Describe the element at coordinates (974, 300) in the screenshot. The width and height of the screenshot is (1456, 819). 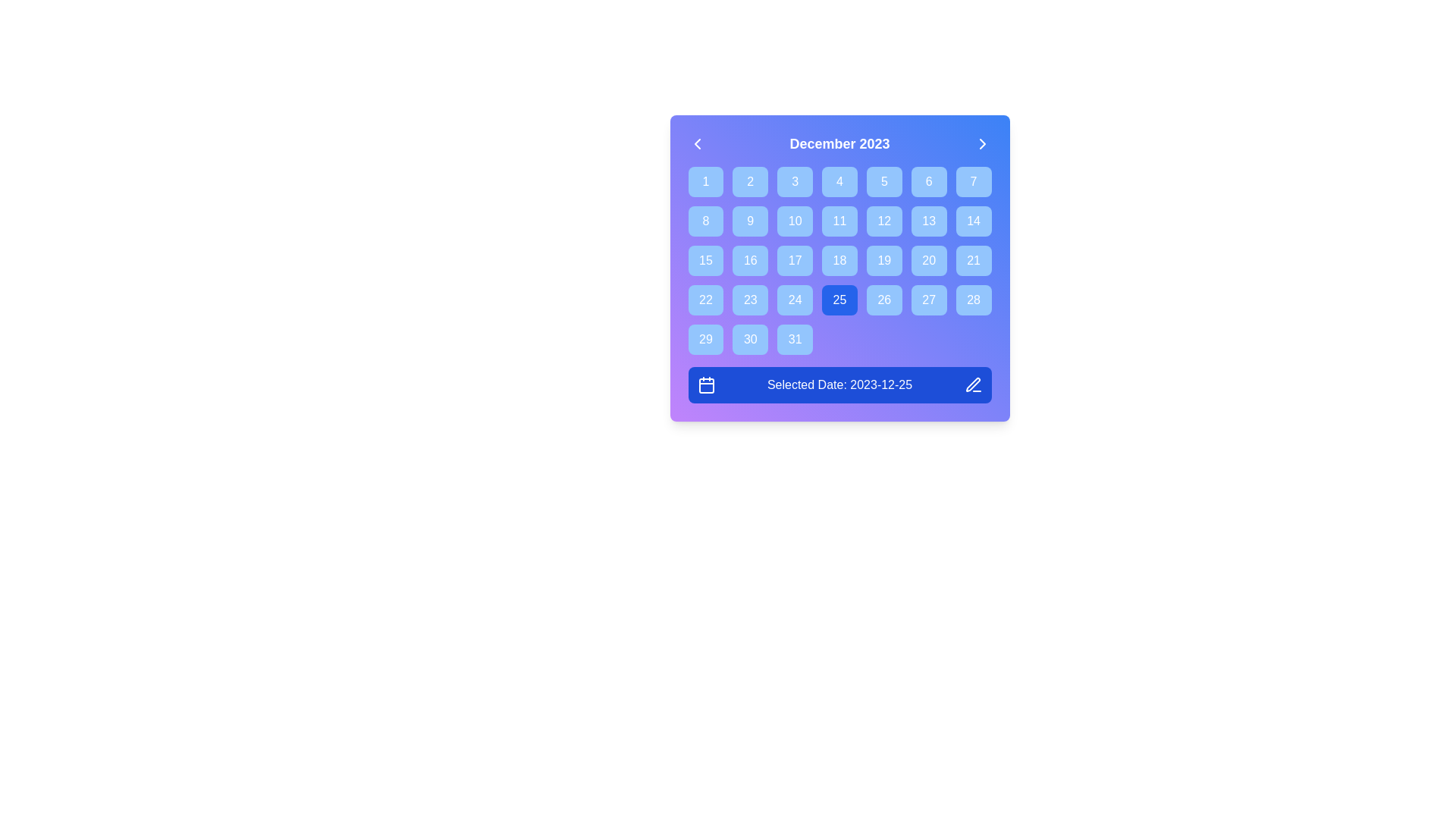
I see `the rounded rectangular button with a blue background and white text displaying '28', part of a calendar interface` at that location.